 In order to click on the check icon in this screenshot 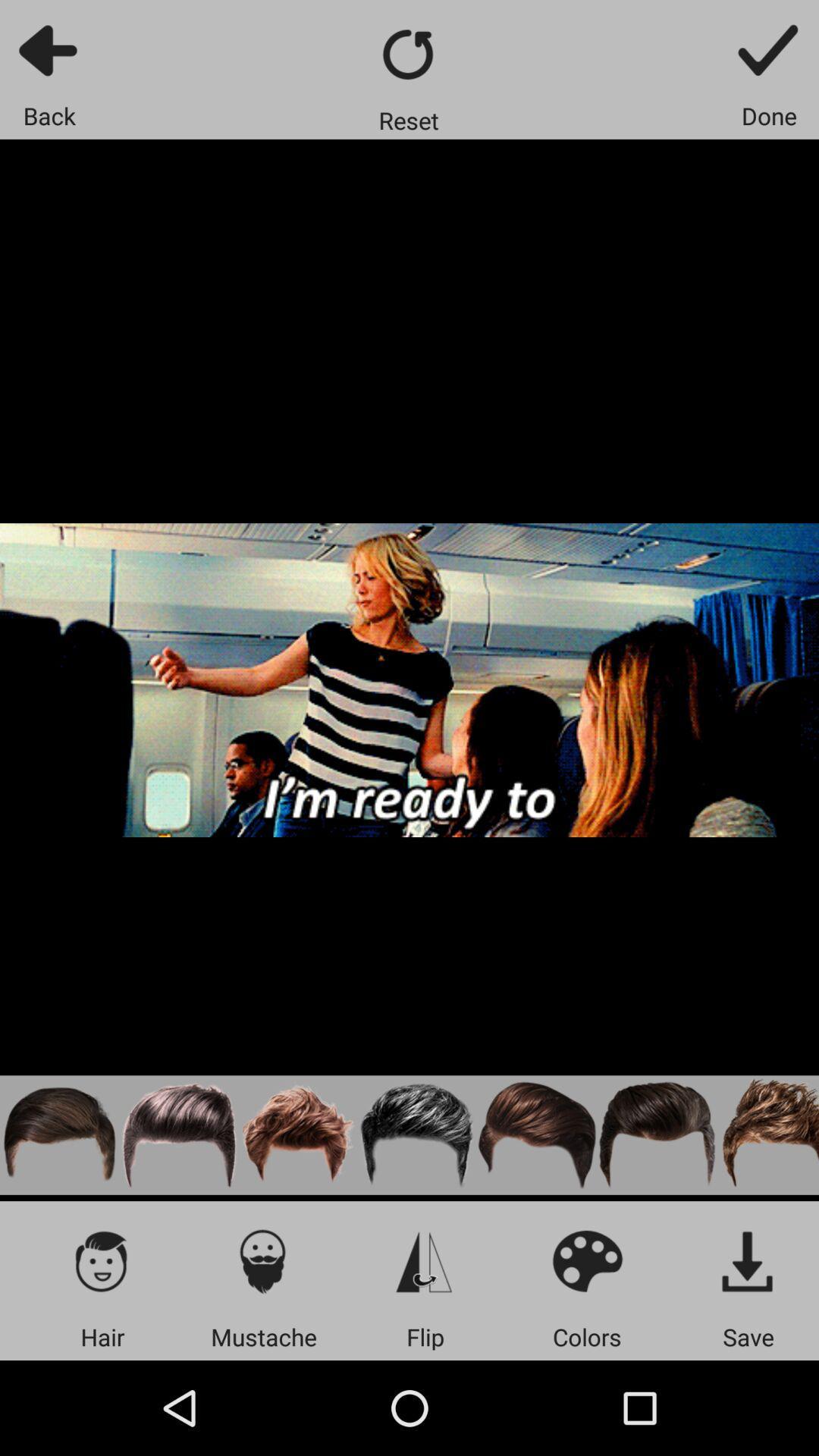, I will do `click(769, 49)`.